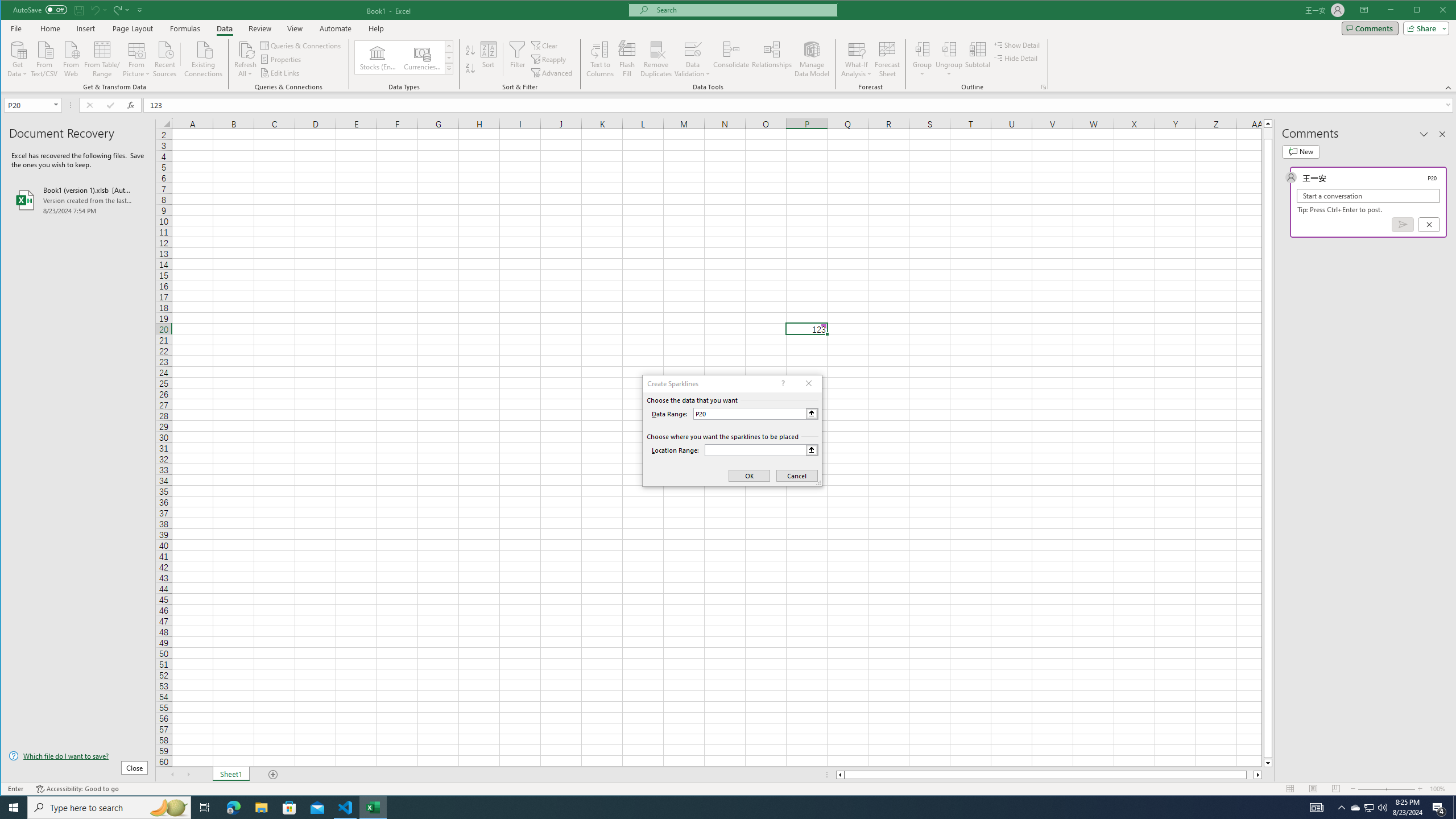  Describe the element at coordinates (16, 28) in the screenshot. I see `'File Tab'` at that location.